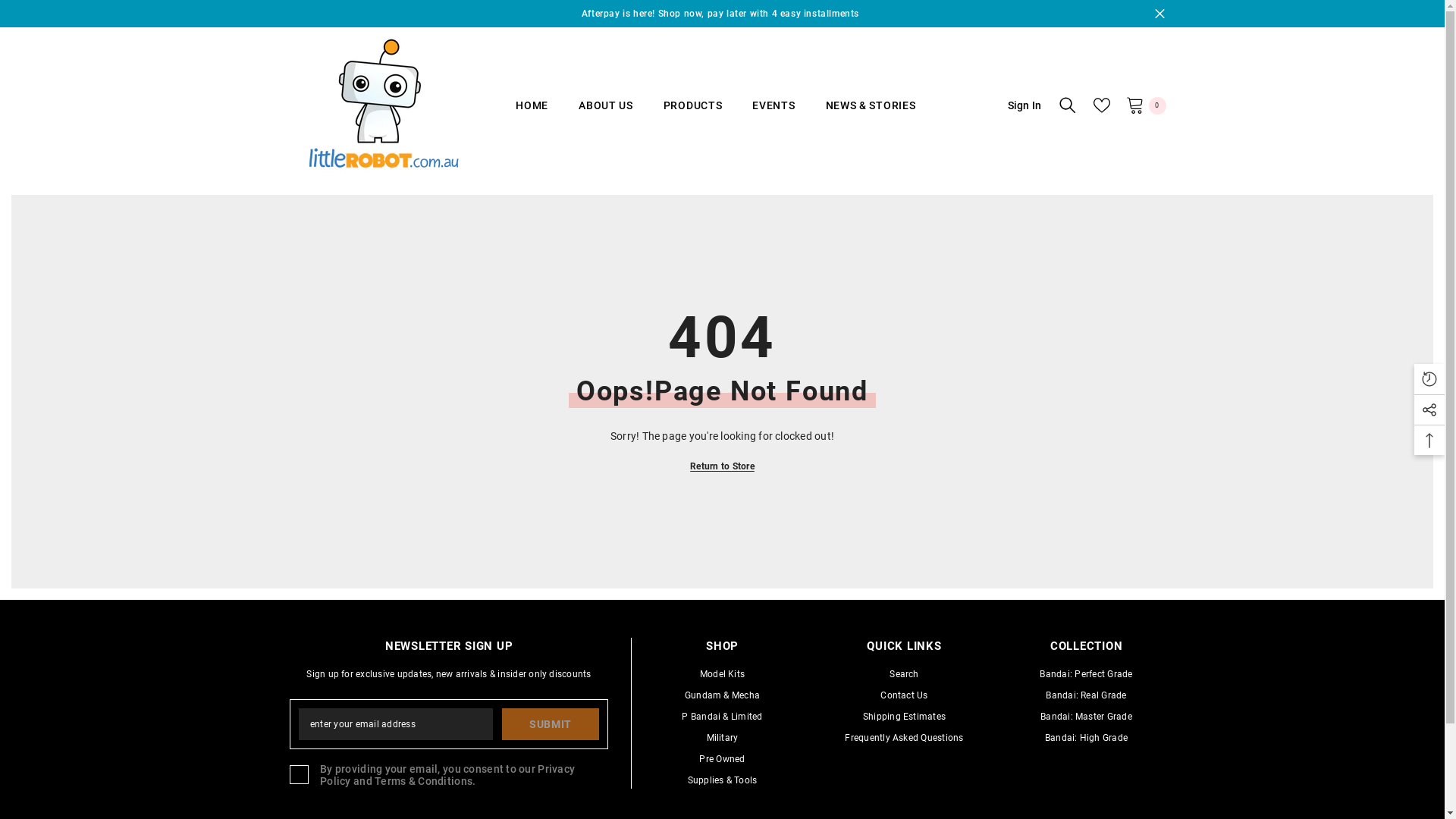 Image resolution: width=1456 pixels, height=819 pixels. What do you see at coordinates (1015, 104) in the screenshot?
I see `'Sign In'` at bounding box center [1015, 104].